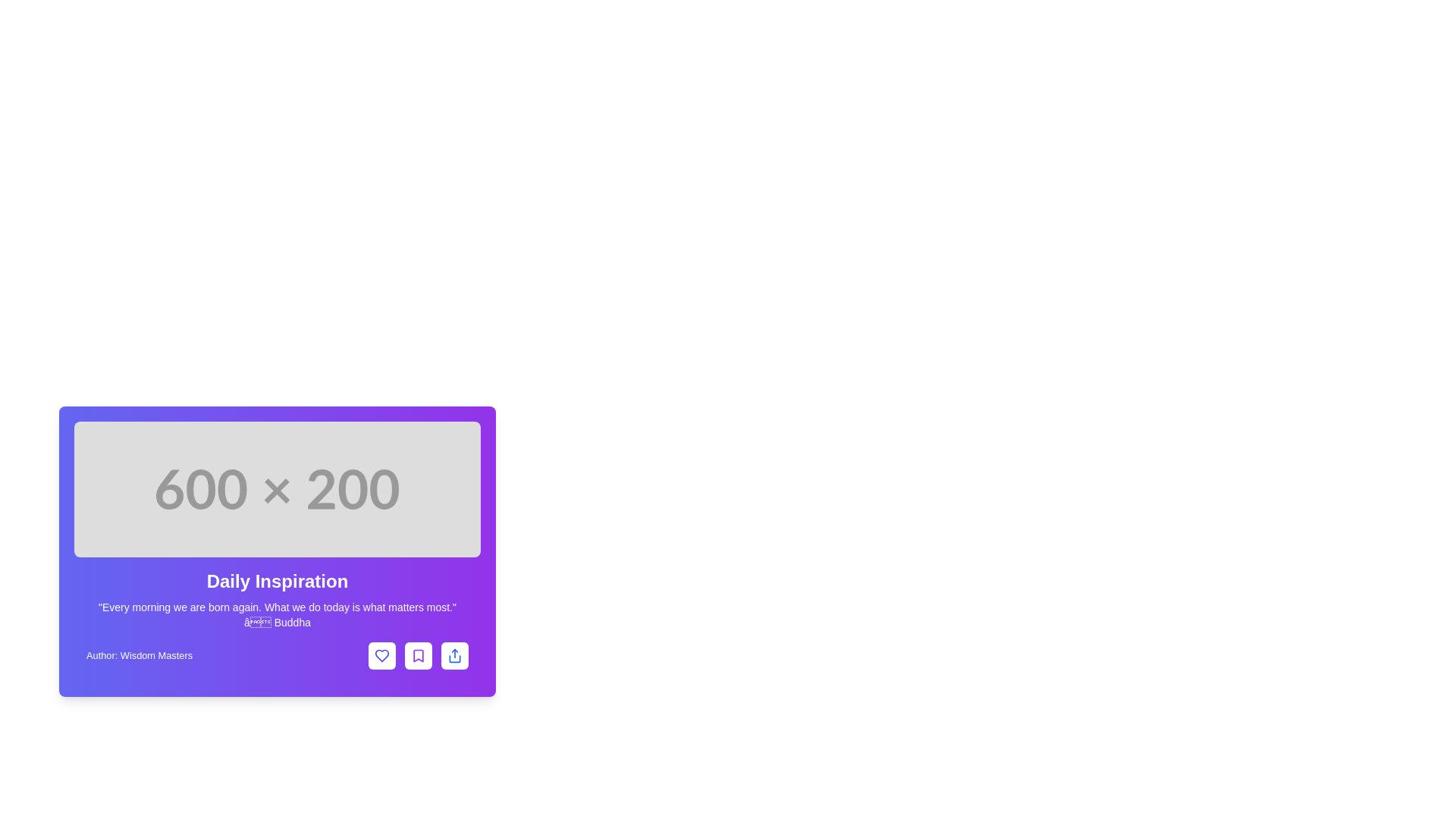  Describe the element at coordinates (382, 654) in the screenshot. I see `the heart-shaped icon located` at that location.